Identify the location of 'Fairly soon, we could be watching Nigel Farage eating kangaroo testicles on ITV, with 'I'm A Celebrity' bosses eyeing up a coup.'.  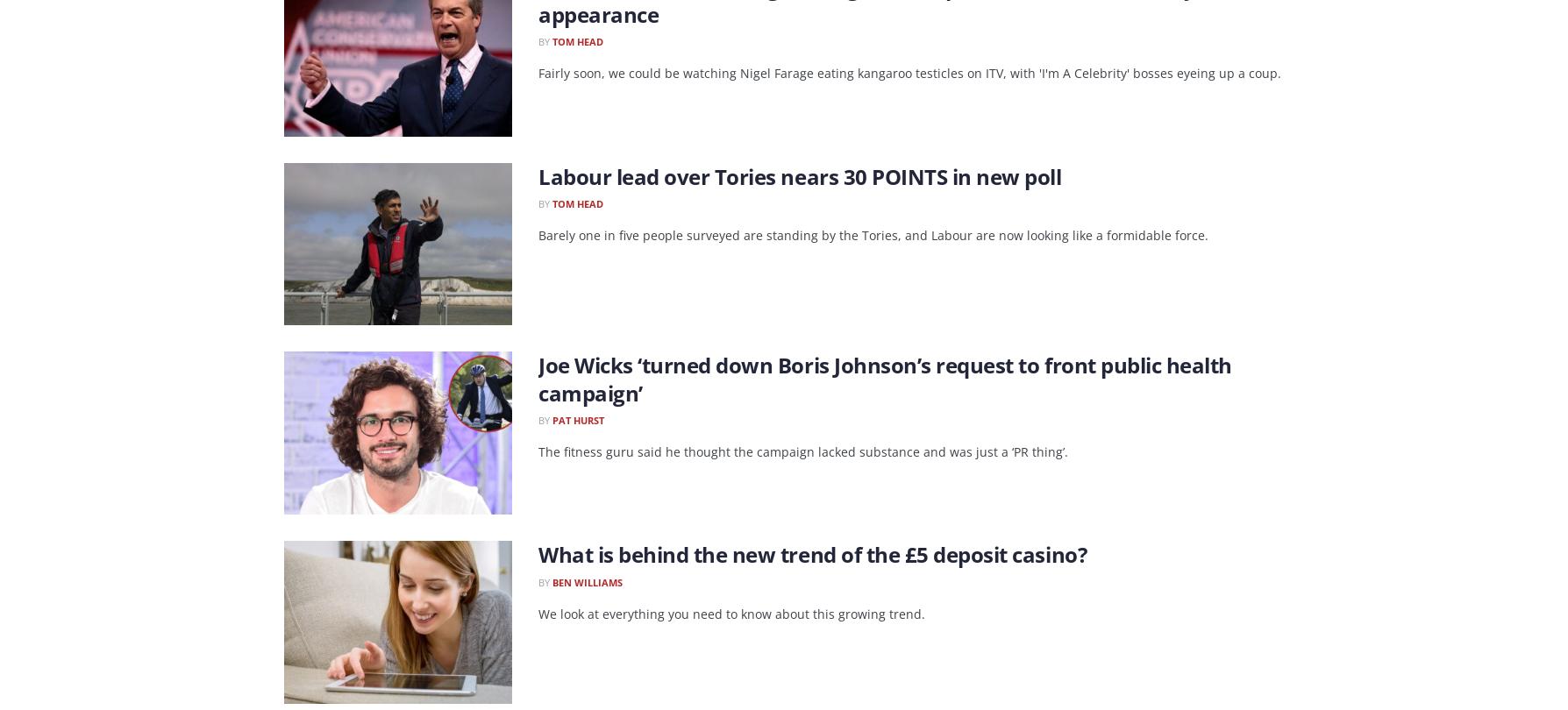
(909, 73).